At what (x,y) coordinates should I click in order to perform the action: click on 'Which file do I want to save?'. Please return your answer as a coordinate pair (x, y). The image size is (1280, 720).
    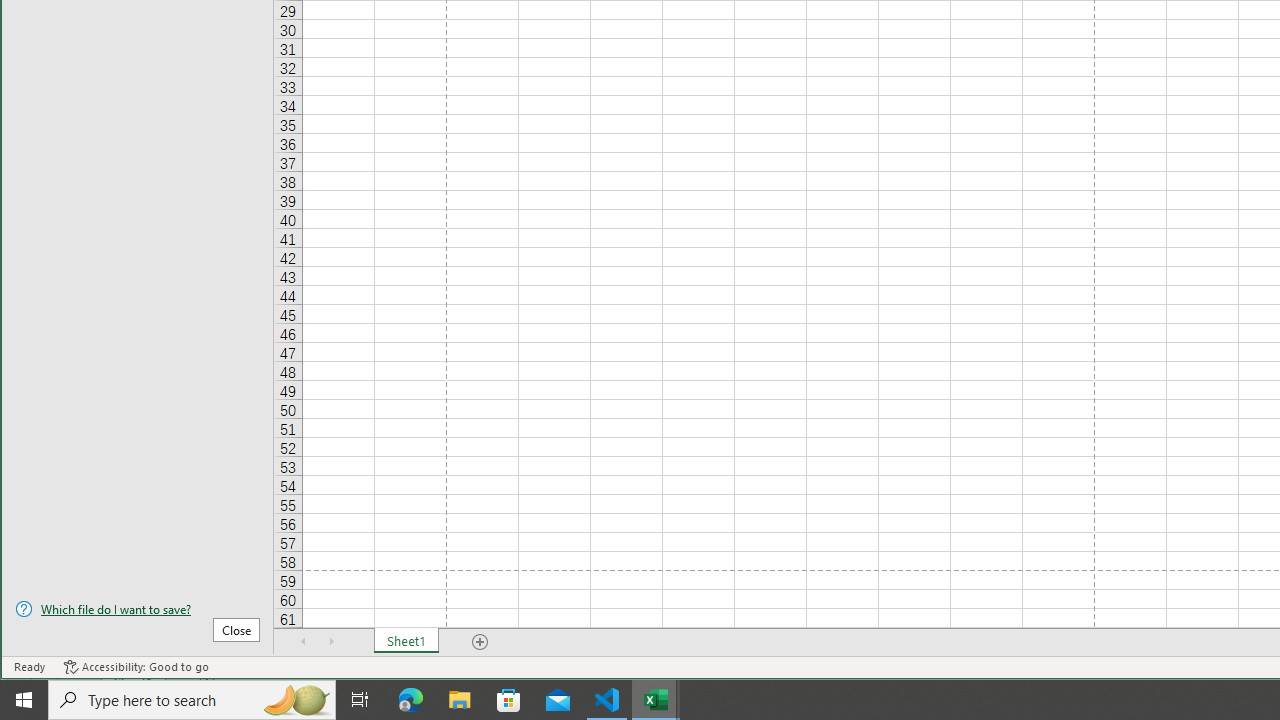
    Looking at the image, I should click on (136, 608).